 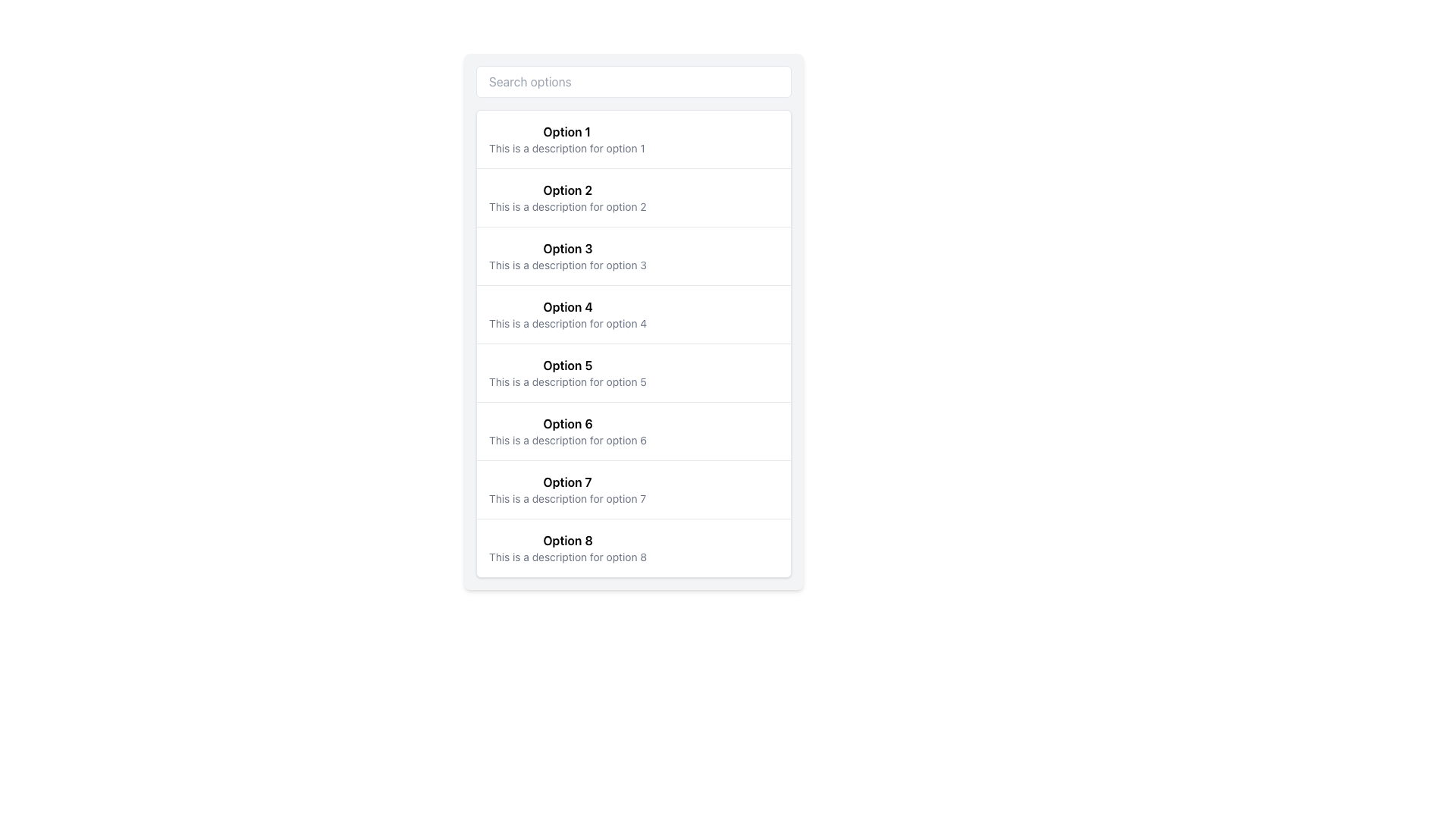 What do you see at coordinates (633, 196) in the screenshot?
I see `the second item in the vertically scrollable list` at bounding box center [633, 196].